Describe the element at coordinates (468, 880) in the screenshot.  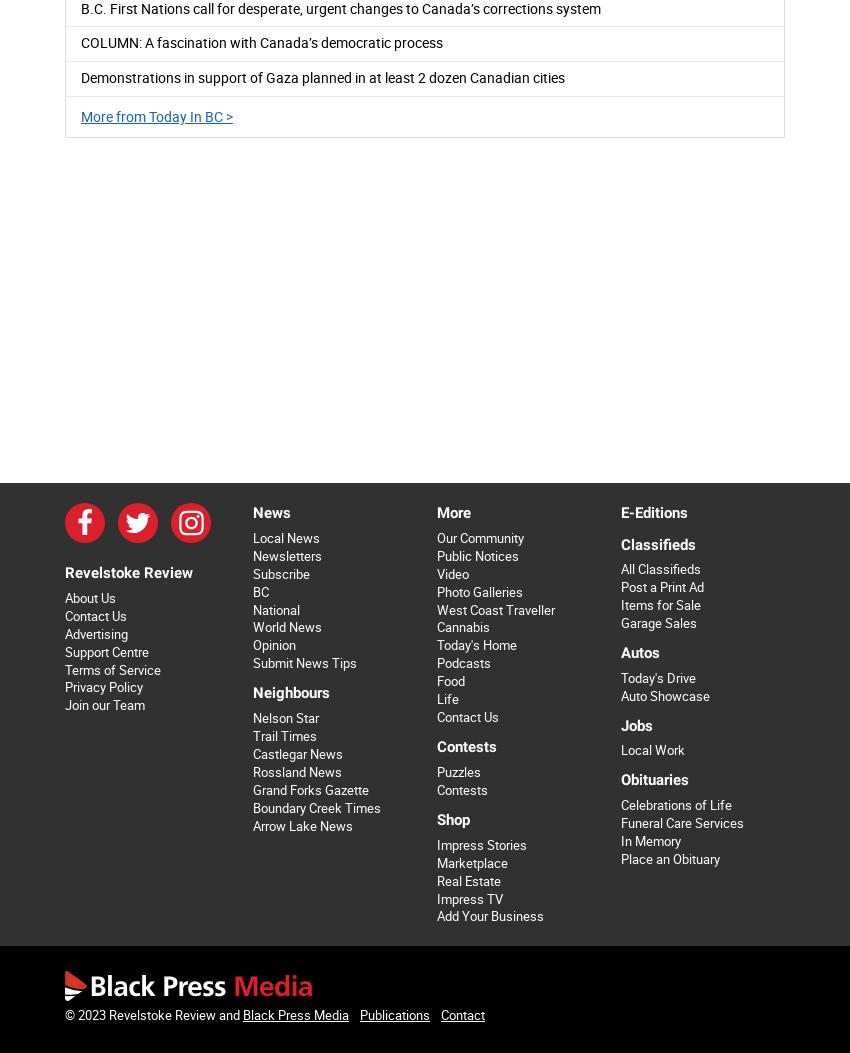
I see `'Real Estate'` at that location.